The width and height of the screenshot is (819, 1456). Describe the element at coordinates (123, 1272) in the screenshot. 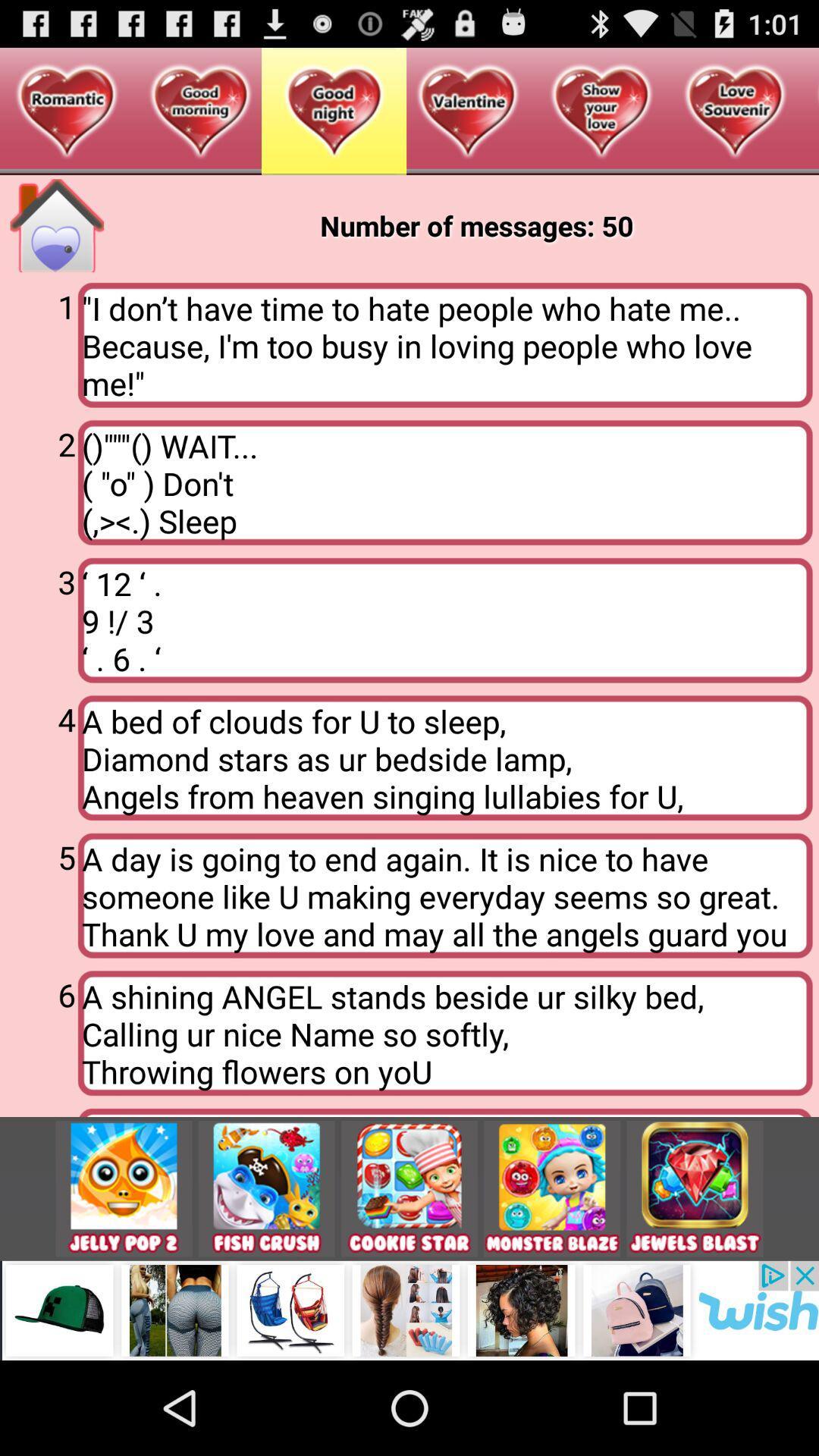

I see `the emoji icon` at that location.